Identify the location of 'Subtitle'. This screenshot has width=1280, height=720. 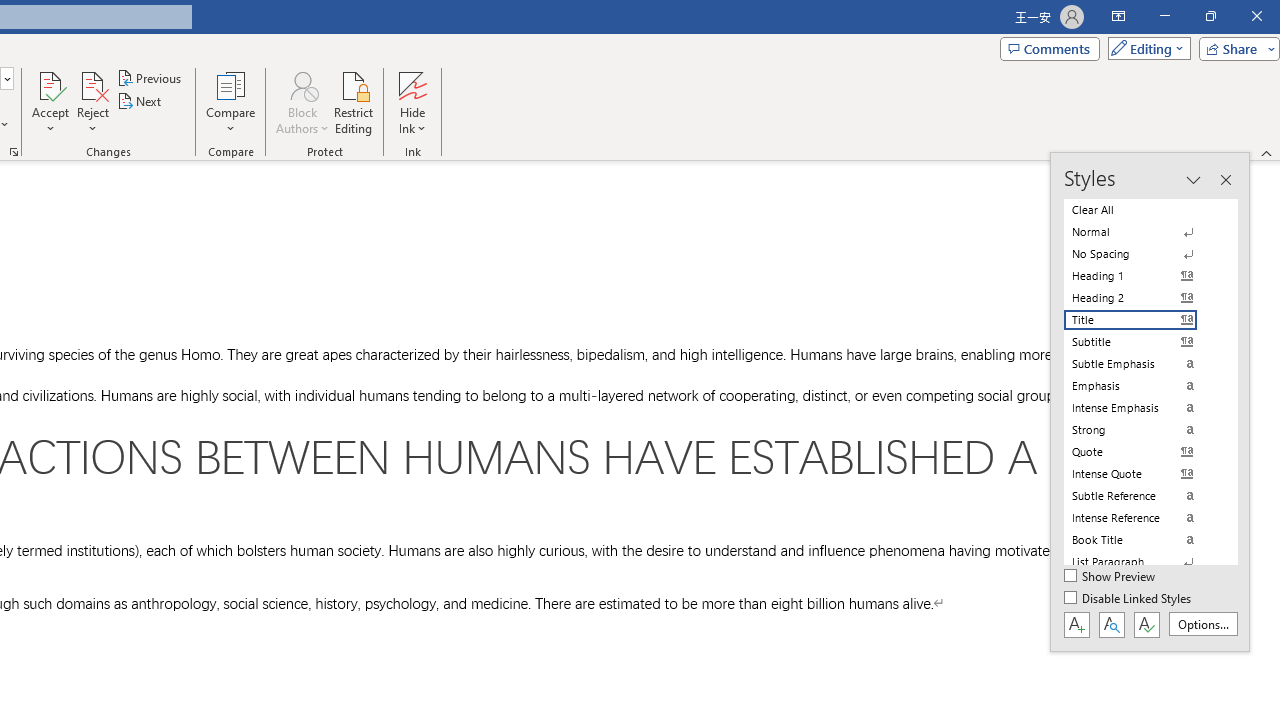
(1142, 341).